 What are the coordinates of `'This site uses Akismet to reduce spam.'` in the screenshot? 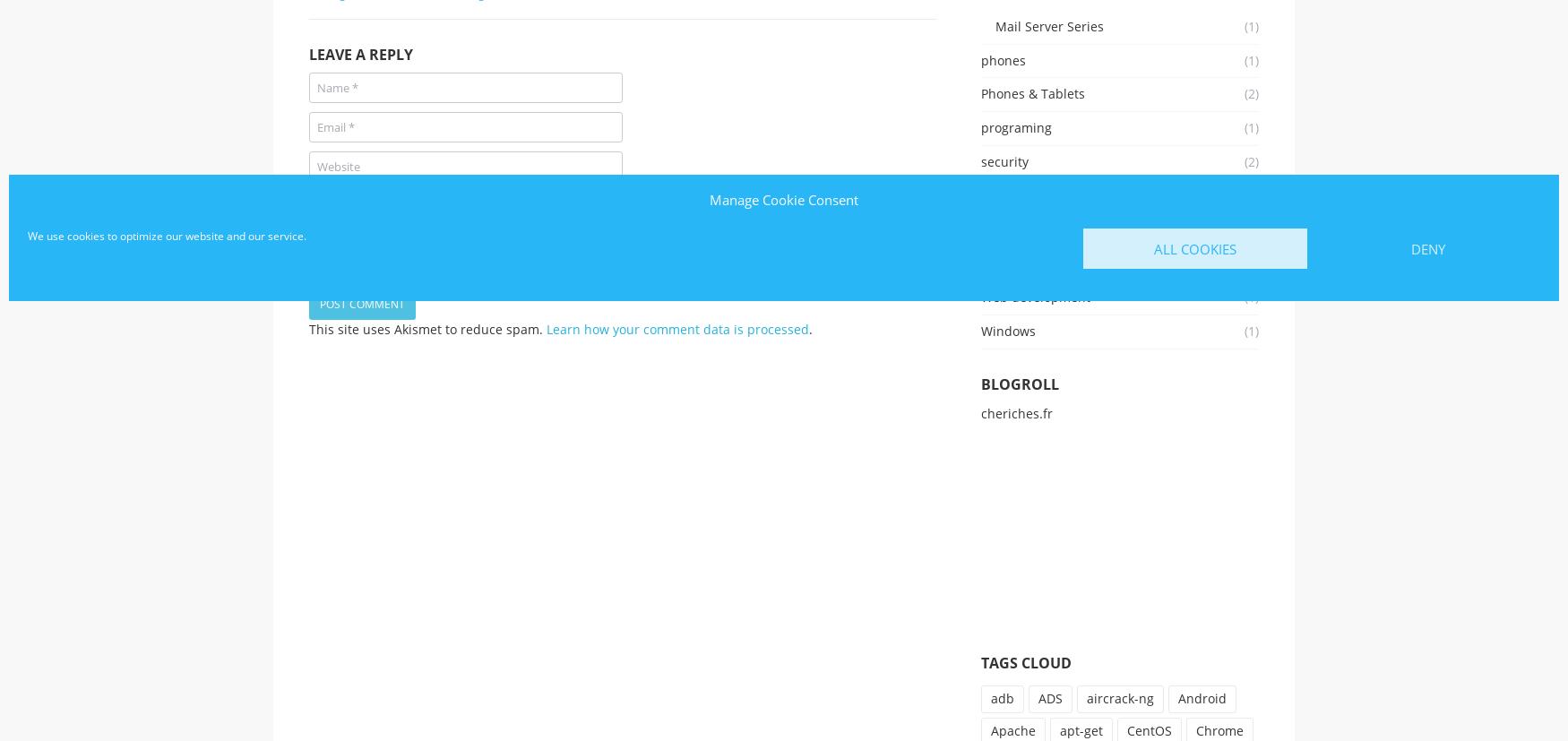 It's located at (427, 328).